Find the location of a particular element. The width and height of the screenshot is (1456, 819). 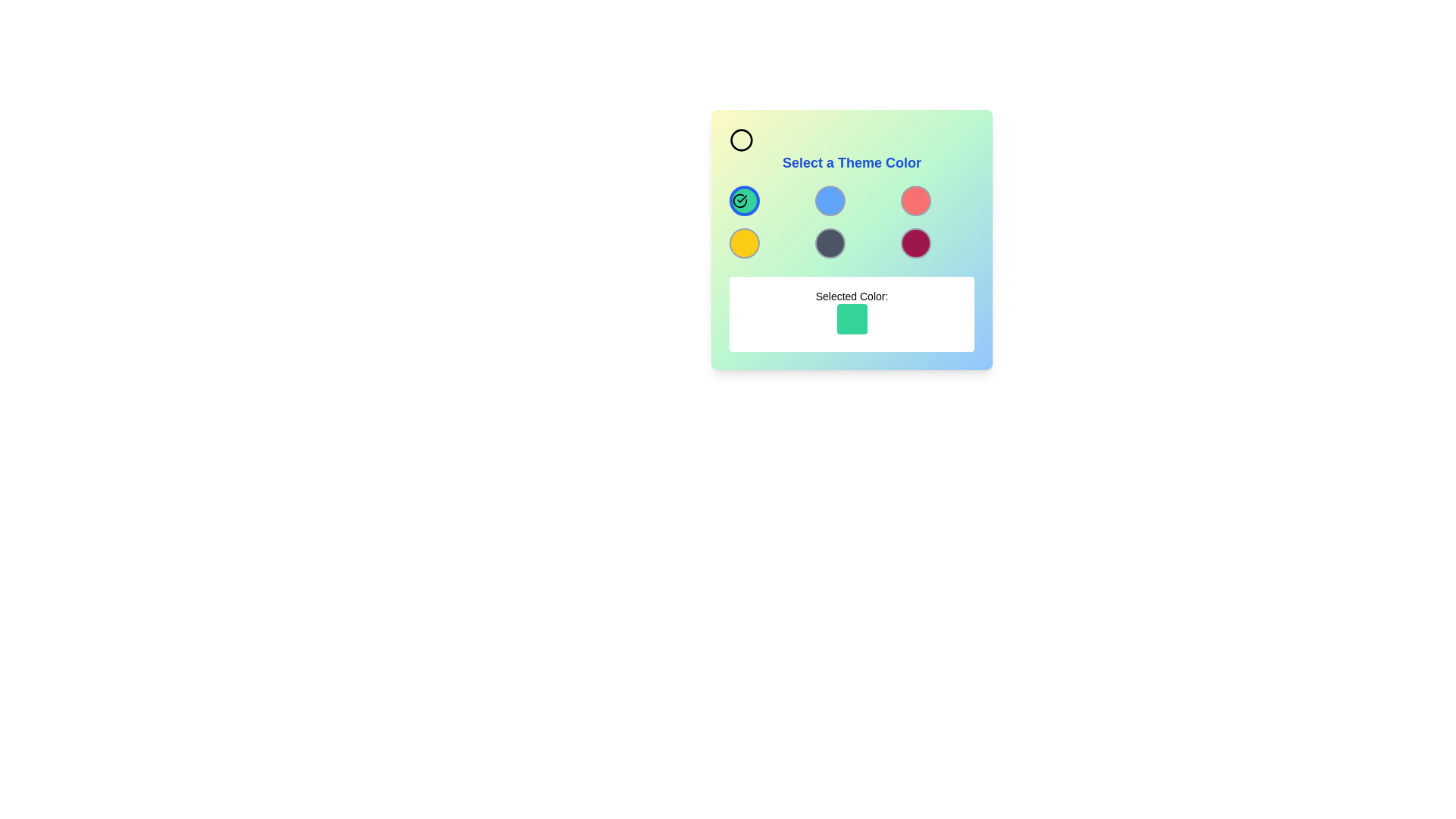

the circular button with a yellow background and gray border located in the bottom-left cell of a 3x3 grid is located at coordinates (745, 242).